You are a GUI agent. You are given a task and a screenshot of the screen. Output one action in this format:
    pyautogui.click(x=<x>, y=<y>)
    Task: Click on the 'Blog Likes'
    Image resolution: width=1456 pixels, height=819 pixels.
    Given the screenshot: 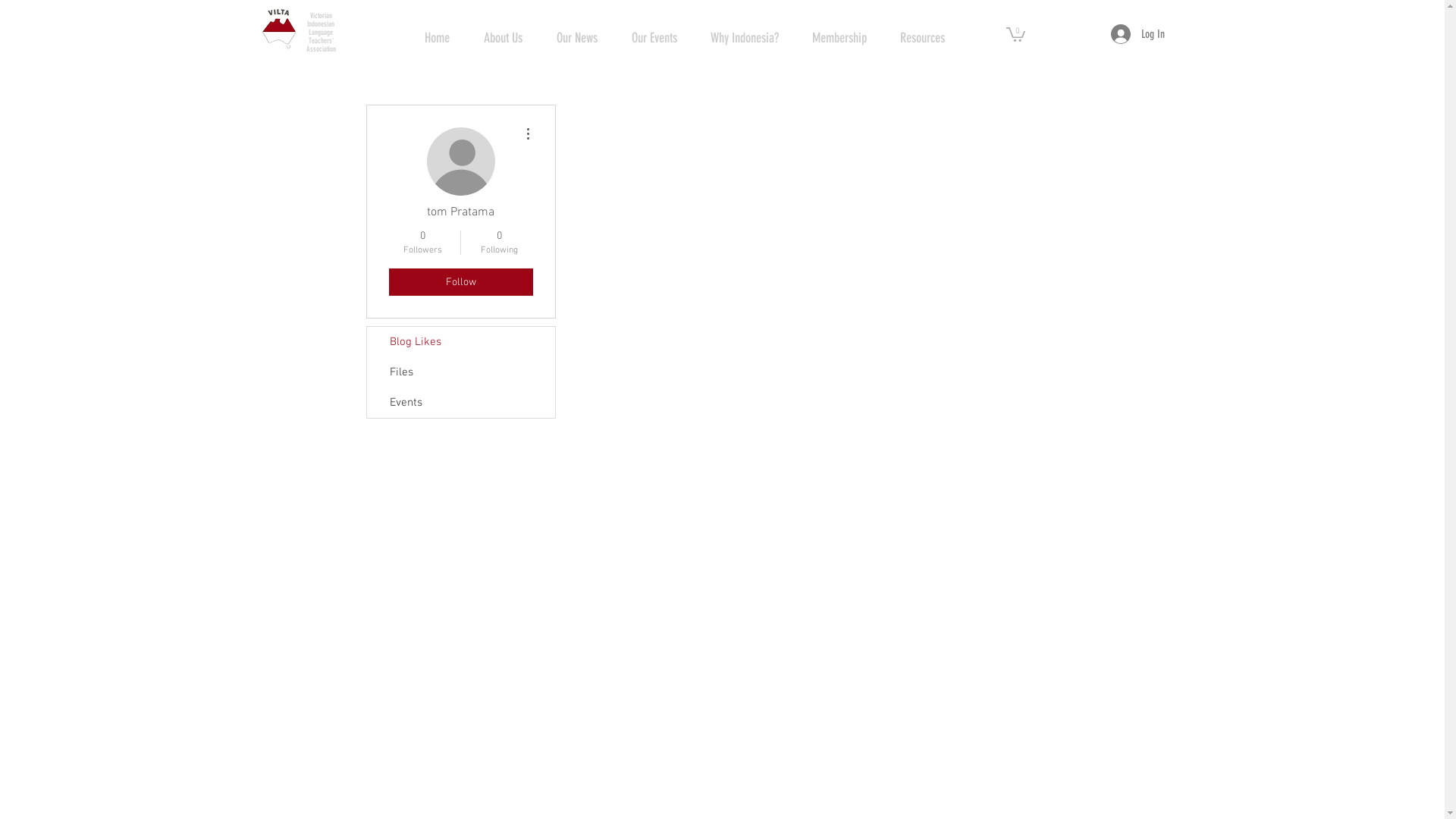 What is the action you would take?
    pyautogui.click(x=460, y=342)
    